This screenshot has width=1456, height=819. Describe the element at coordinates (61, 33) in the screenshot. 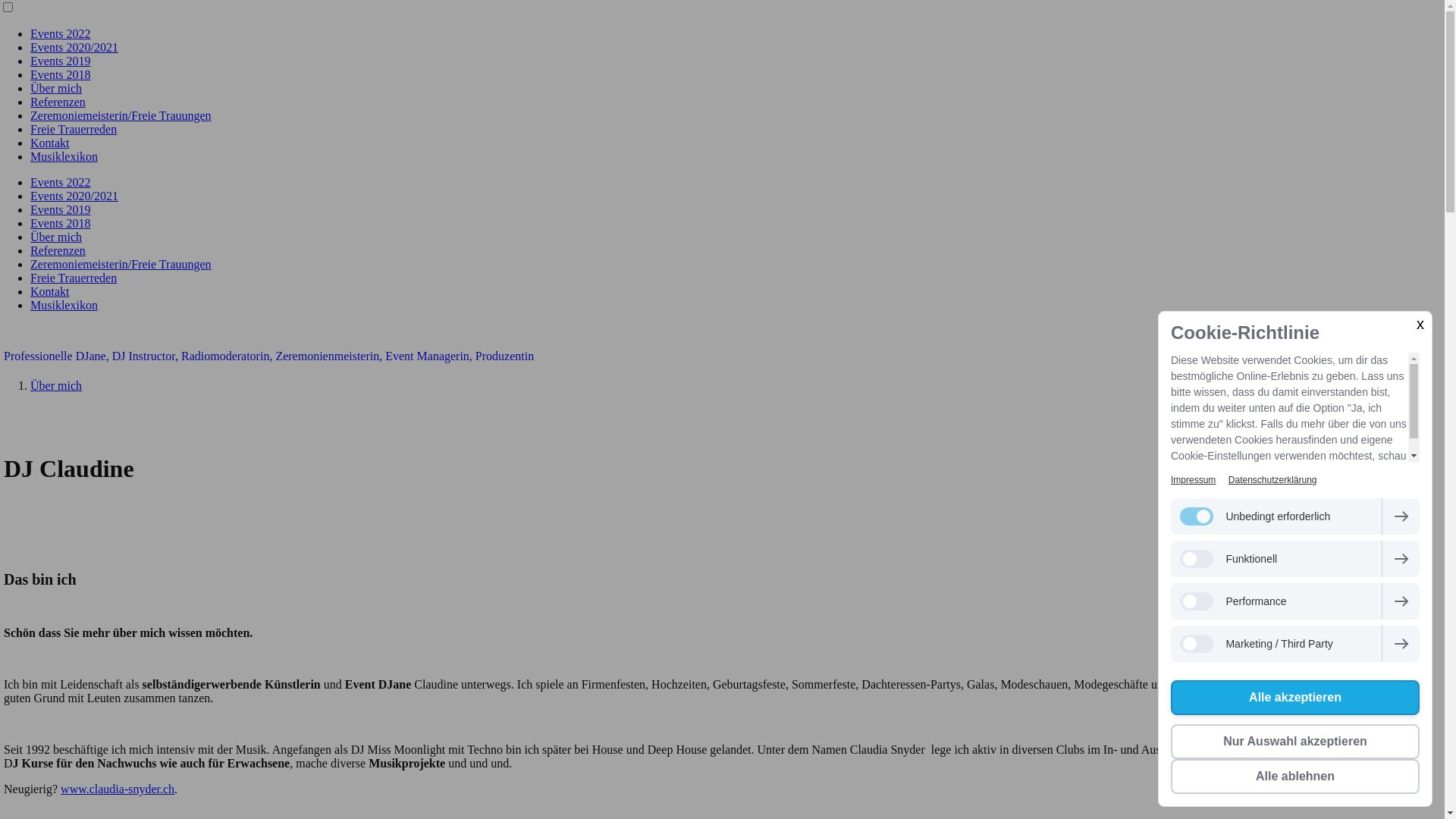

I see `'Events 2022'` at that location.